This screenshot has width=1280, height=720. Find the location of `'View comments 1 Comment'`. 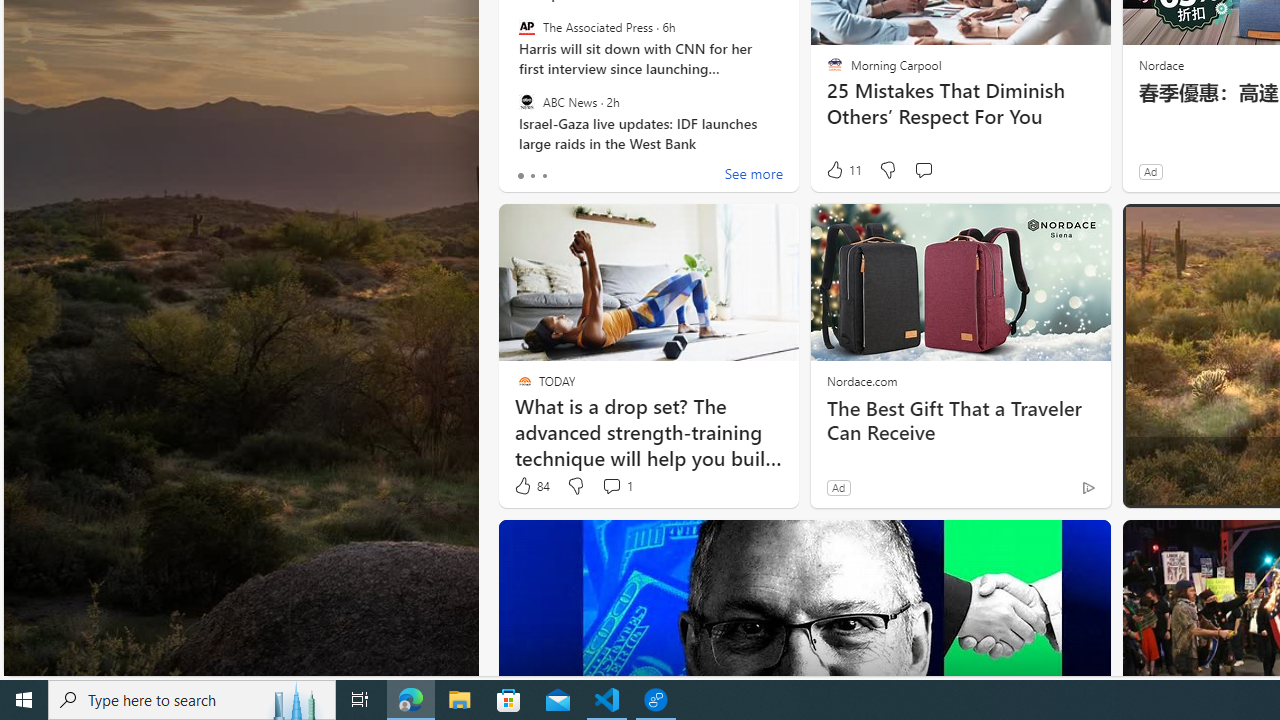

'View comments 1 Comment' is located at coordinates (610, 486).